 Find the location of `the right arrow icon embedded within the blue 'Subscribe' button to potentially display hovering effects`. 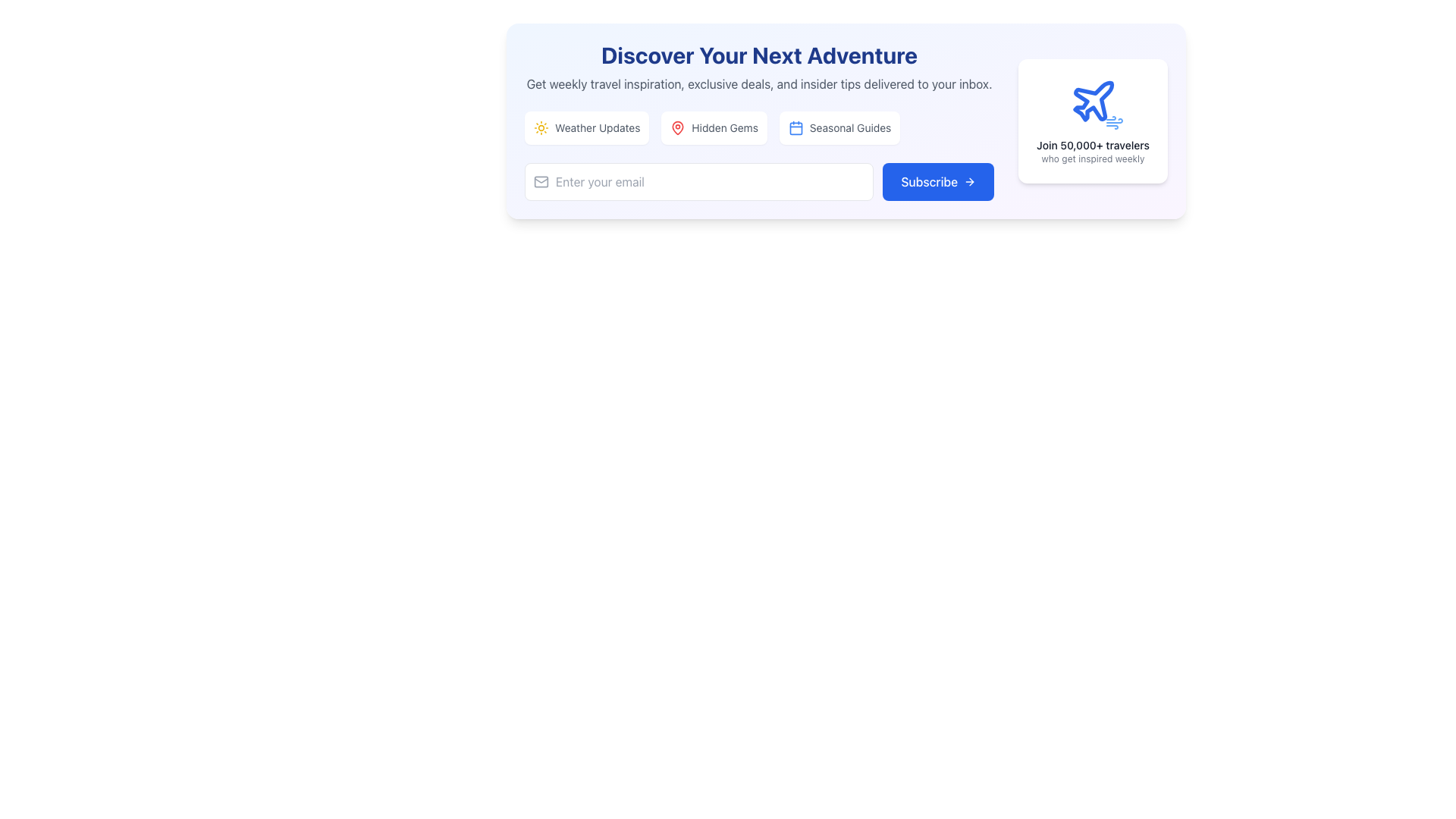

the right arrow icon embedded within the blue 'Subscribe' button to potentially display hovering effects is located at coordinates (969, 180).